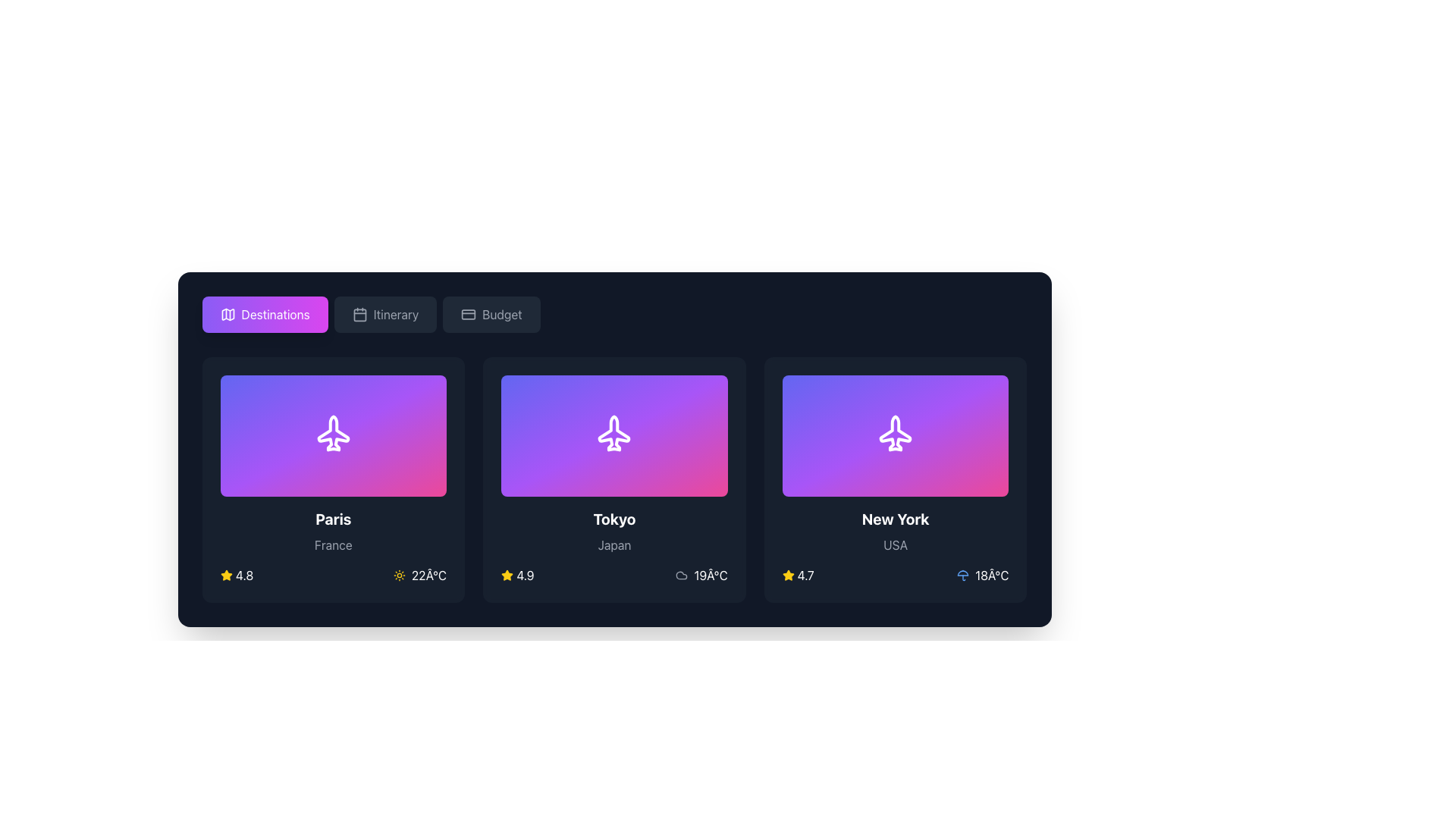  What do you see at coordinates (896, 519) in the screenshot?
I see `the text label indicating the destination 'New York', which is the title of the third card in a grid layout, located beneath a colorful gradient background with an airplane icon` at bounding box center [896, 519].